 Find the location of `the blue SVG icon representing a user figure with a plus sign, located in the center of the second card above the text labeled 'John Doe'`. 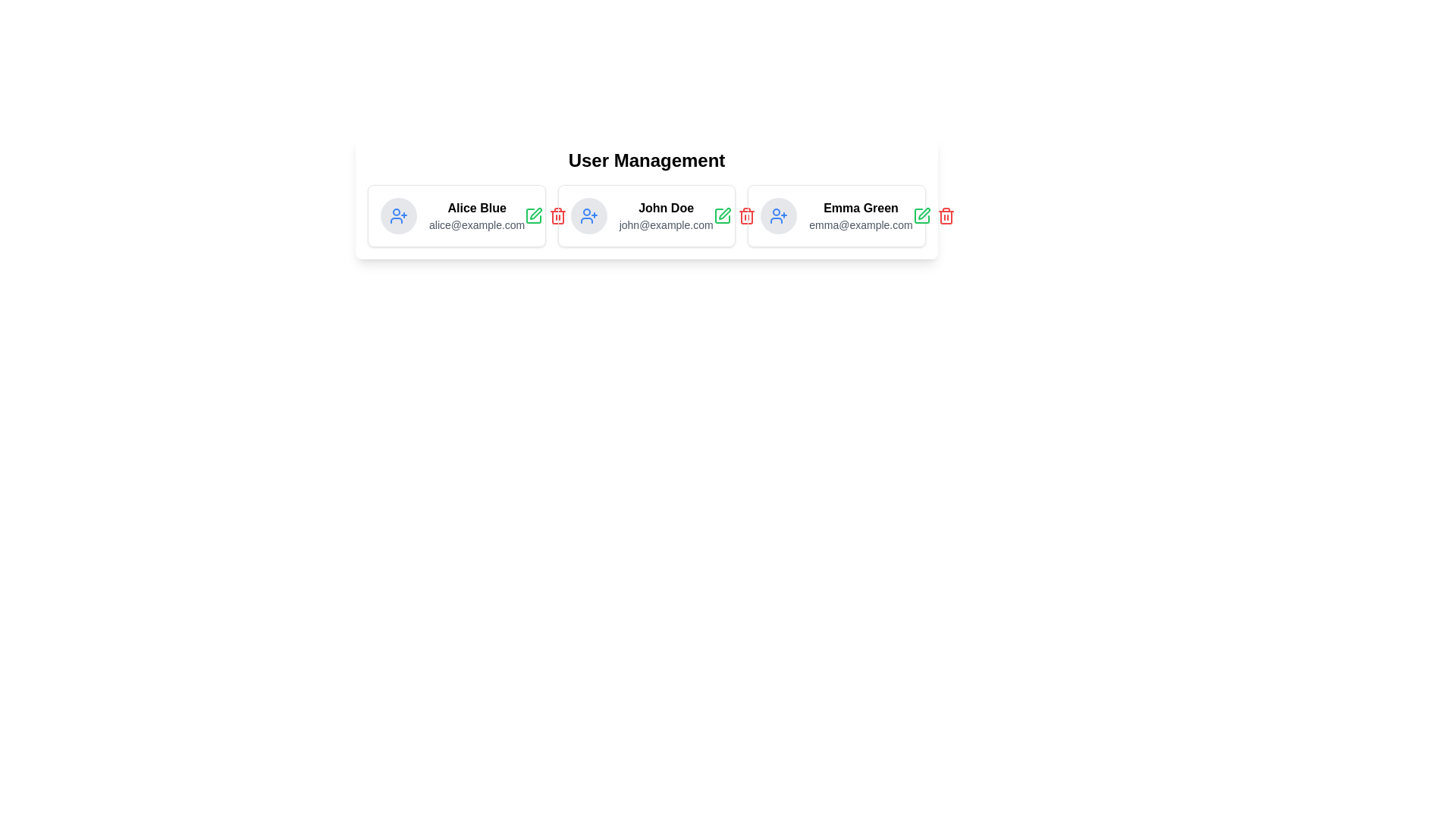

the blue SVG icon representing a user figure with a plus sign, located in the center of the second card above the text labeled 'John Doe' is located at coordinates (779, 216).